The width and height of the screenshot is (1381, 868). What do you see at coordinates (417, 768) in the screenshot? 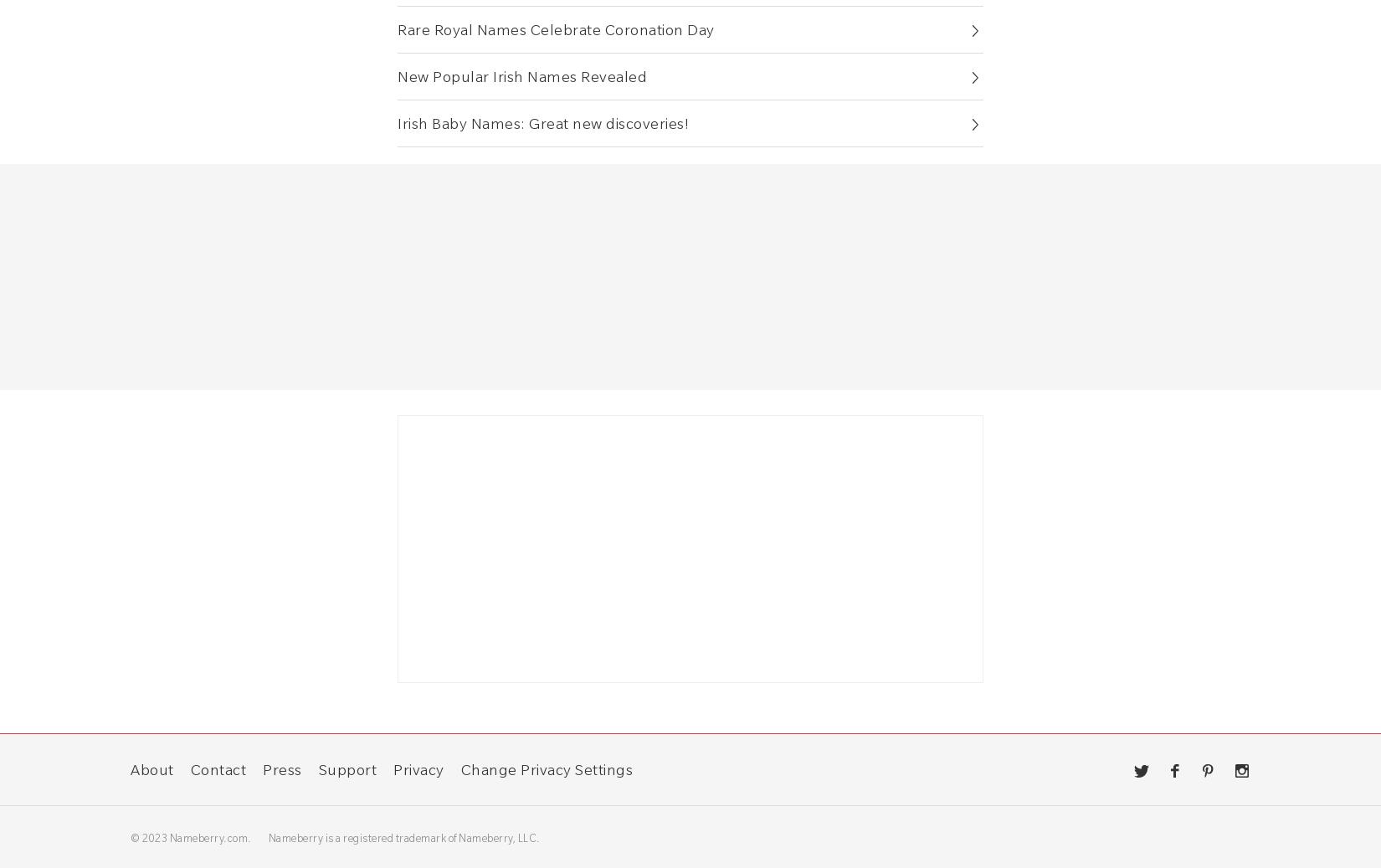
I see `'Privacy'` at bounding box center [417, 768].